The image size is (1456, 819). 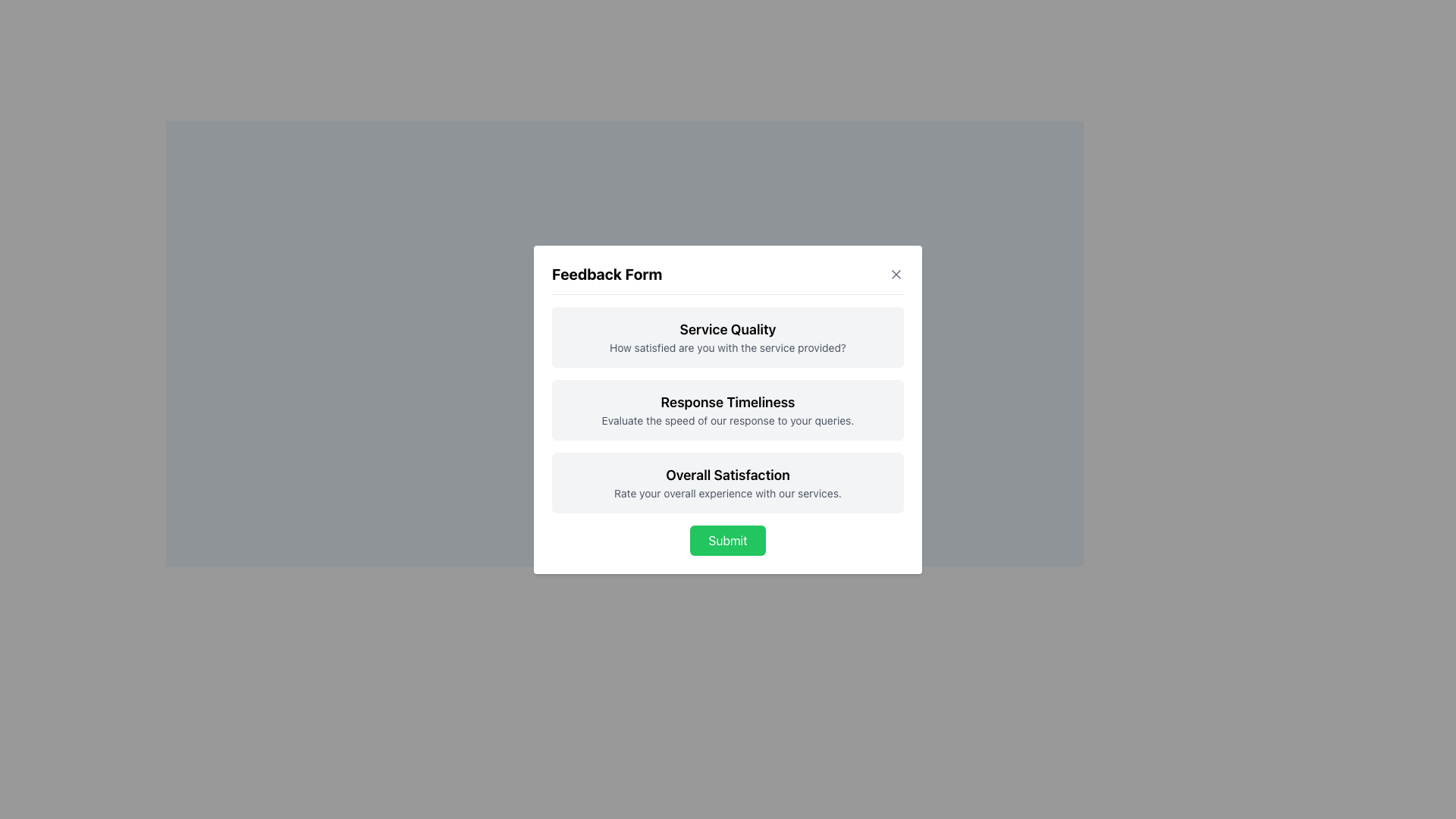 I want to click on bold text labeled 'Feedback Form' located at the top-left corner of the feedback modal dialog, so click(x=607, y=274).